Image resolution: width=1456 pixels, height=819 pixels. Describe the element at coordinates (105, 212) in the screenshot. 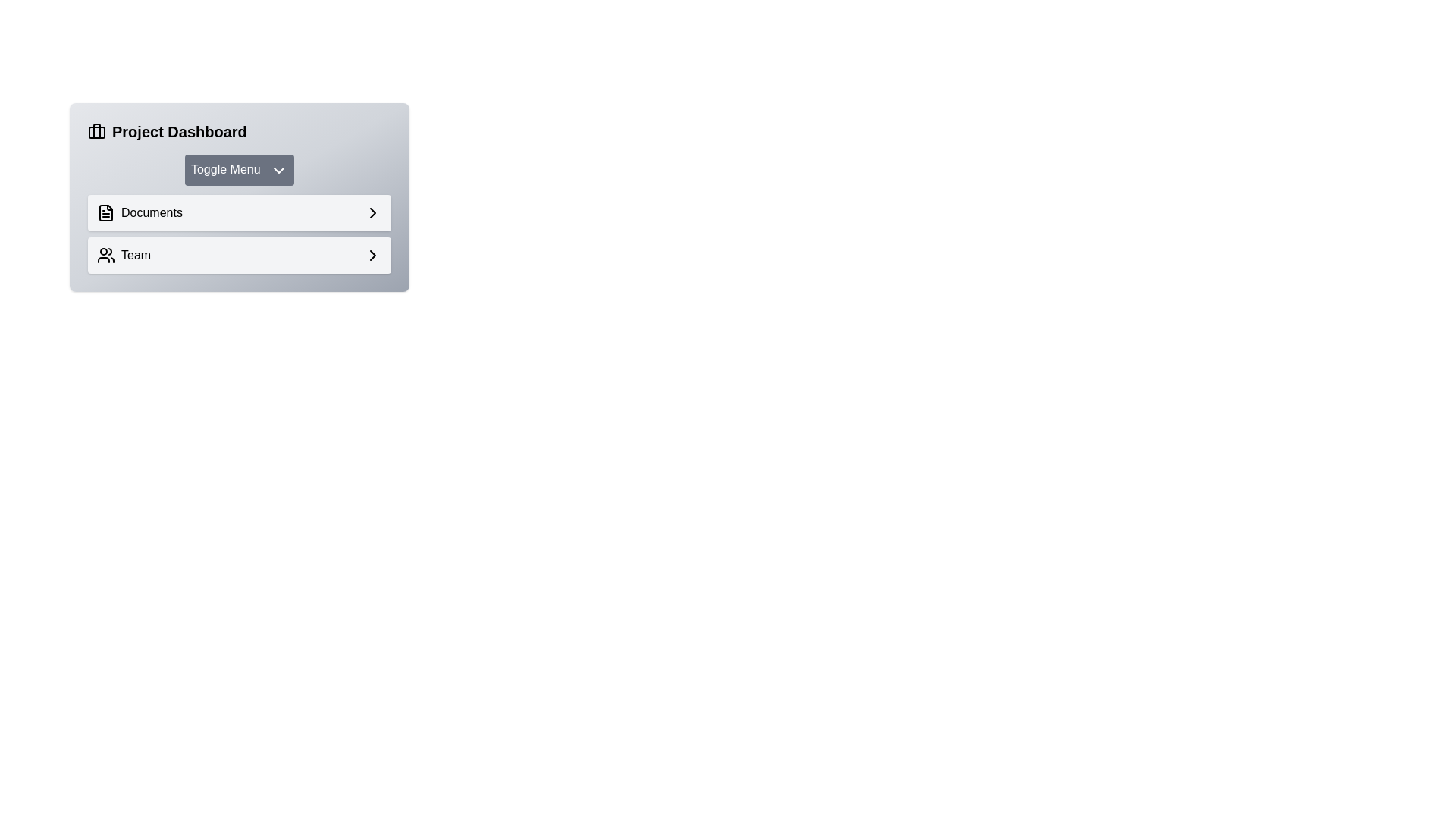

I see `the document icon located to the left of the 'Documents' button at the top-left section of the dashboard interface` at that location.